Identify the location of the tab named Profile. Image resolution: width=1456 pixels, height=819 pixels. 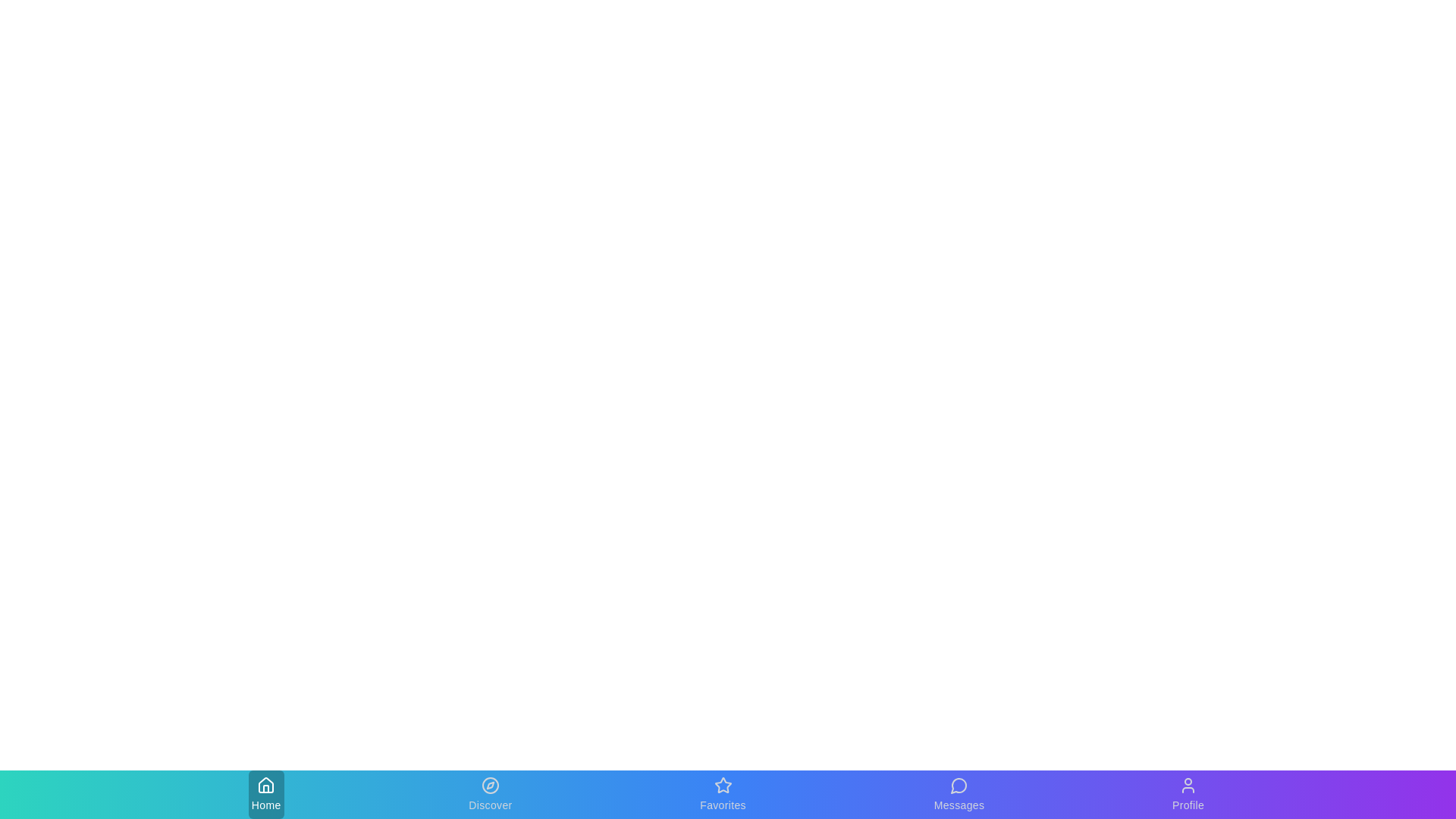
(1187, 794).